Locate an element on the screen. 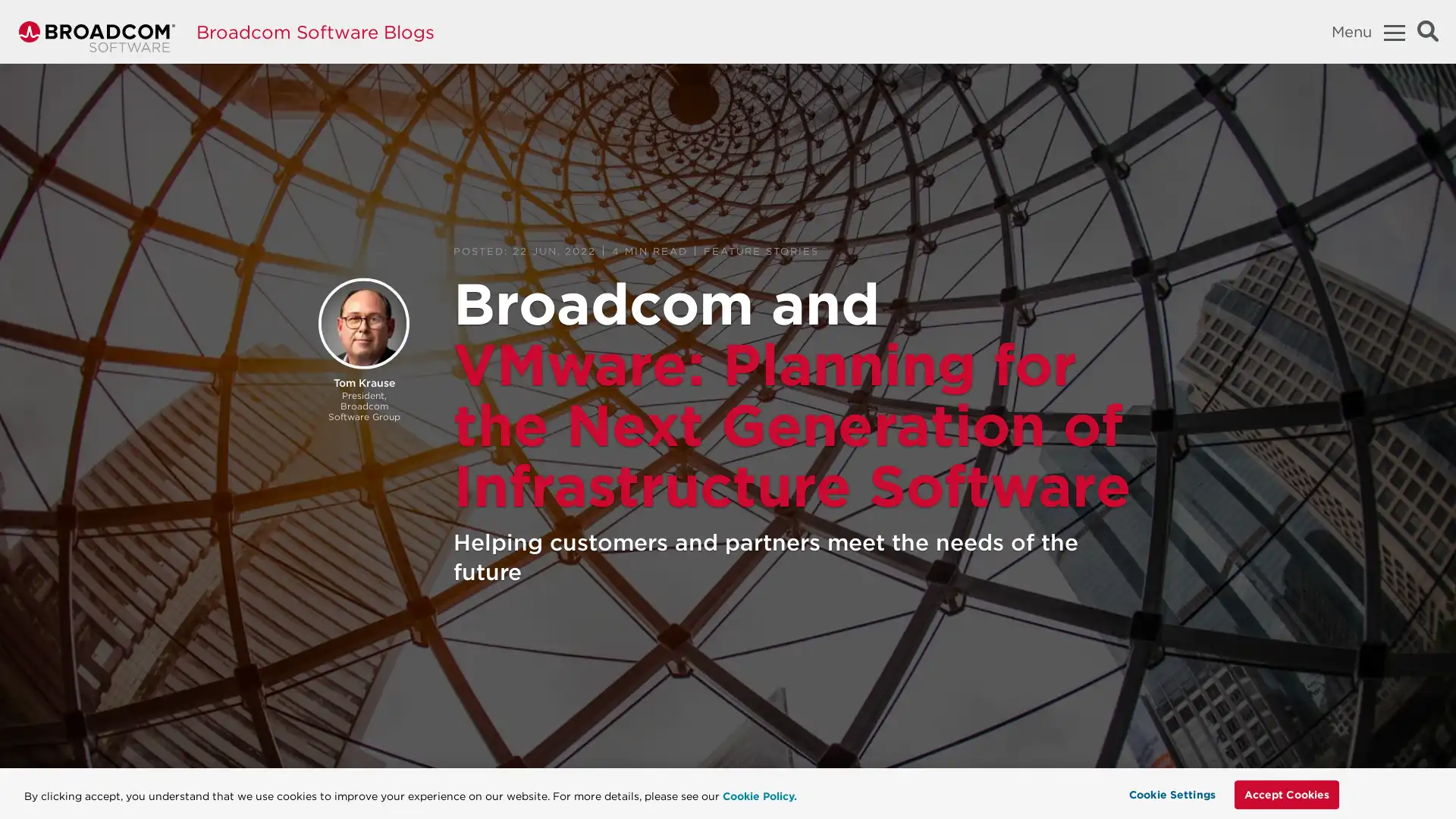 This screenshot has width=1456, height=819. Cookie Settings is located at coordinates (1171, 793).